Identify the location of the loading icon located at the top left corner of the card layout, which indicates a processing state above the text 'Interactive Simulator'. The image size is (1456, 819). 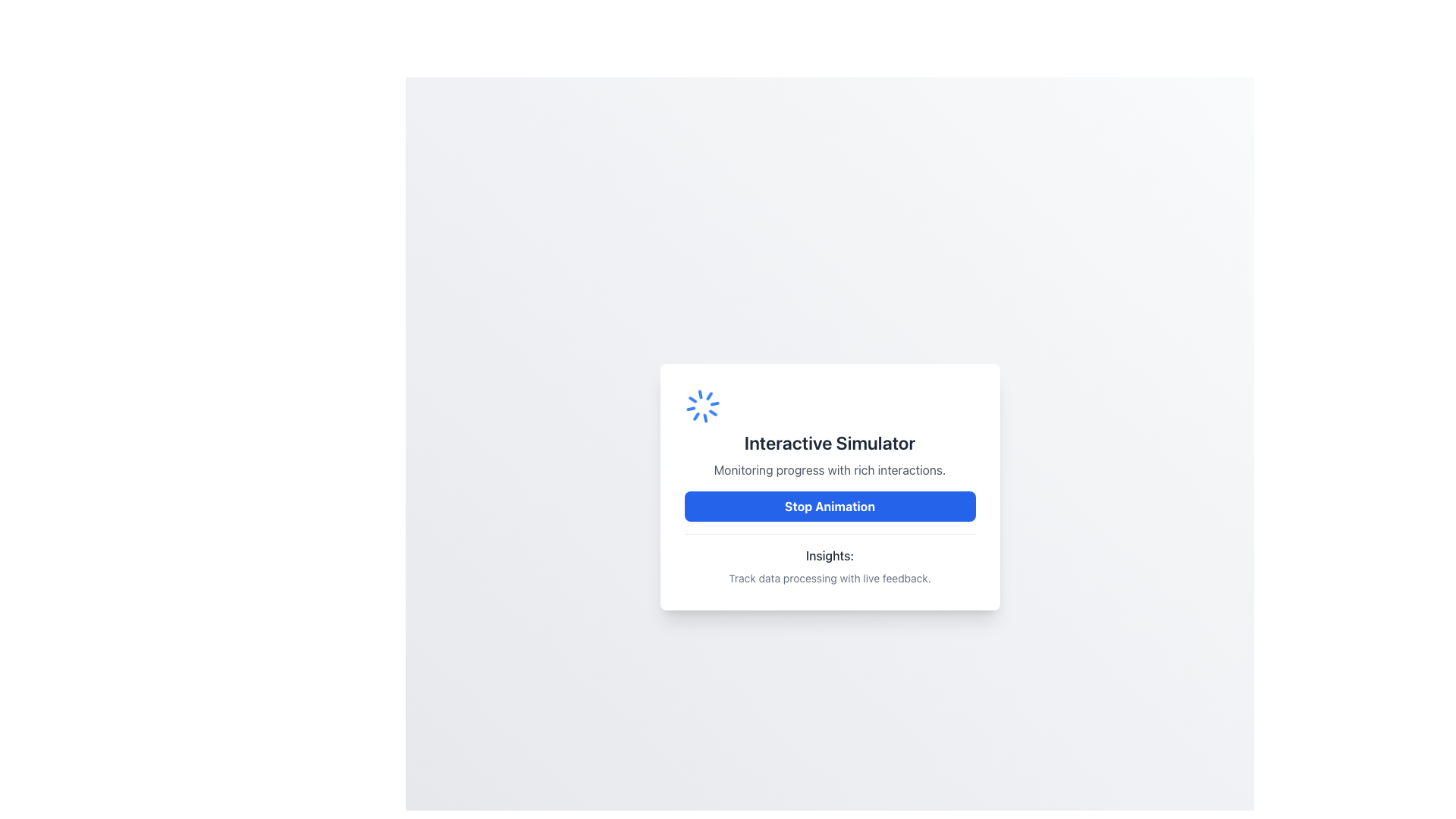
(701, 405).